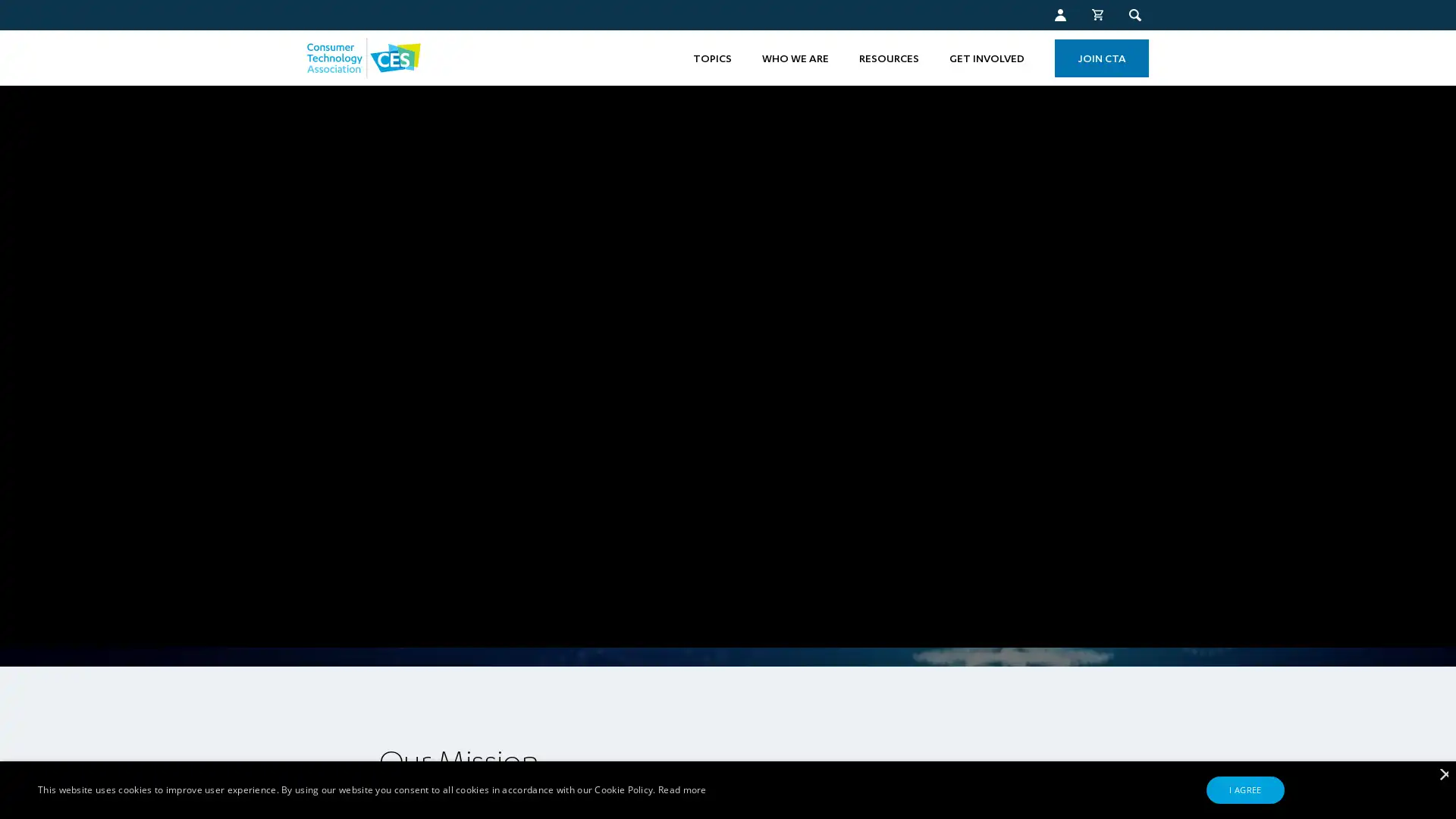 Image resolution: width=1456 pixels, height=819 pixels. I want to click on TOPICS, so click(711, 57).